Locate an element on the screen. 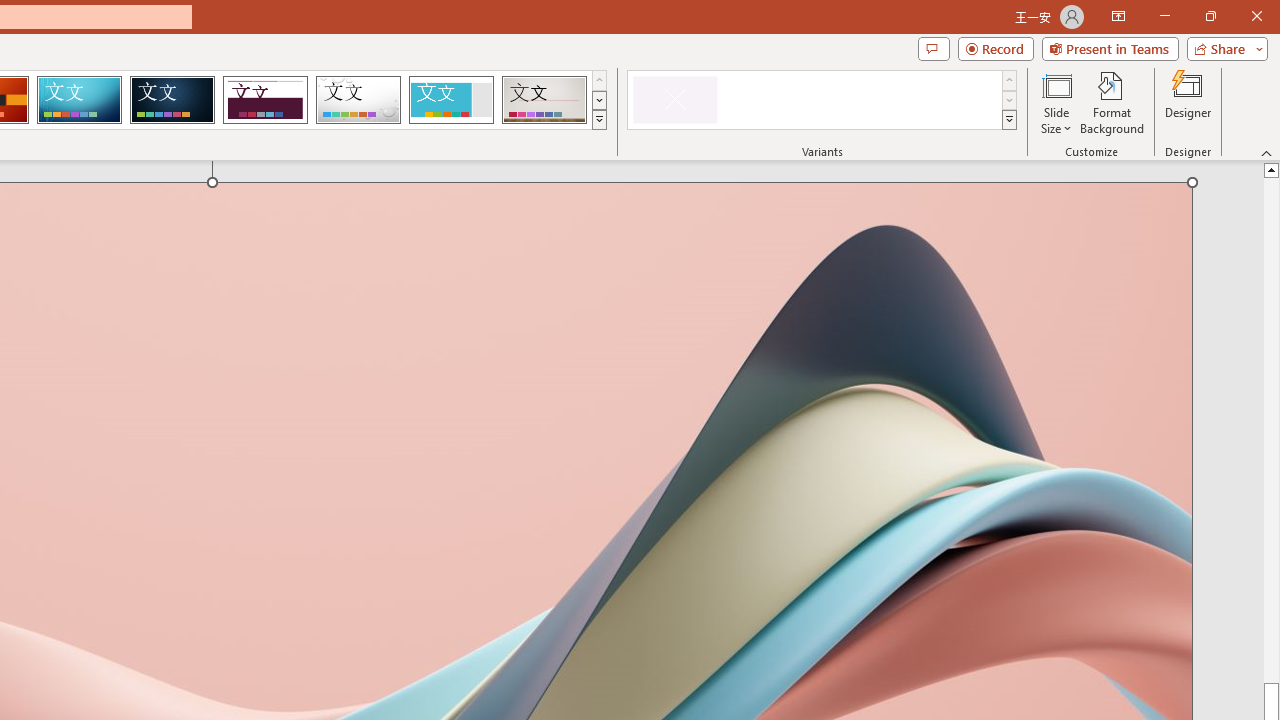 This screenshot has width=1280, height=720. 'Designer' is located at coordinates (1188, 103).